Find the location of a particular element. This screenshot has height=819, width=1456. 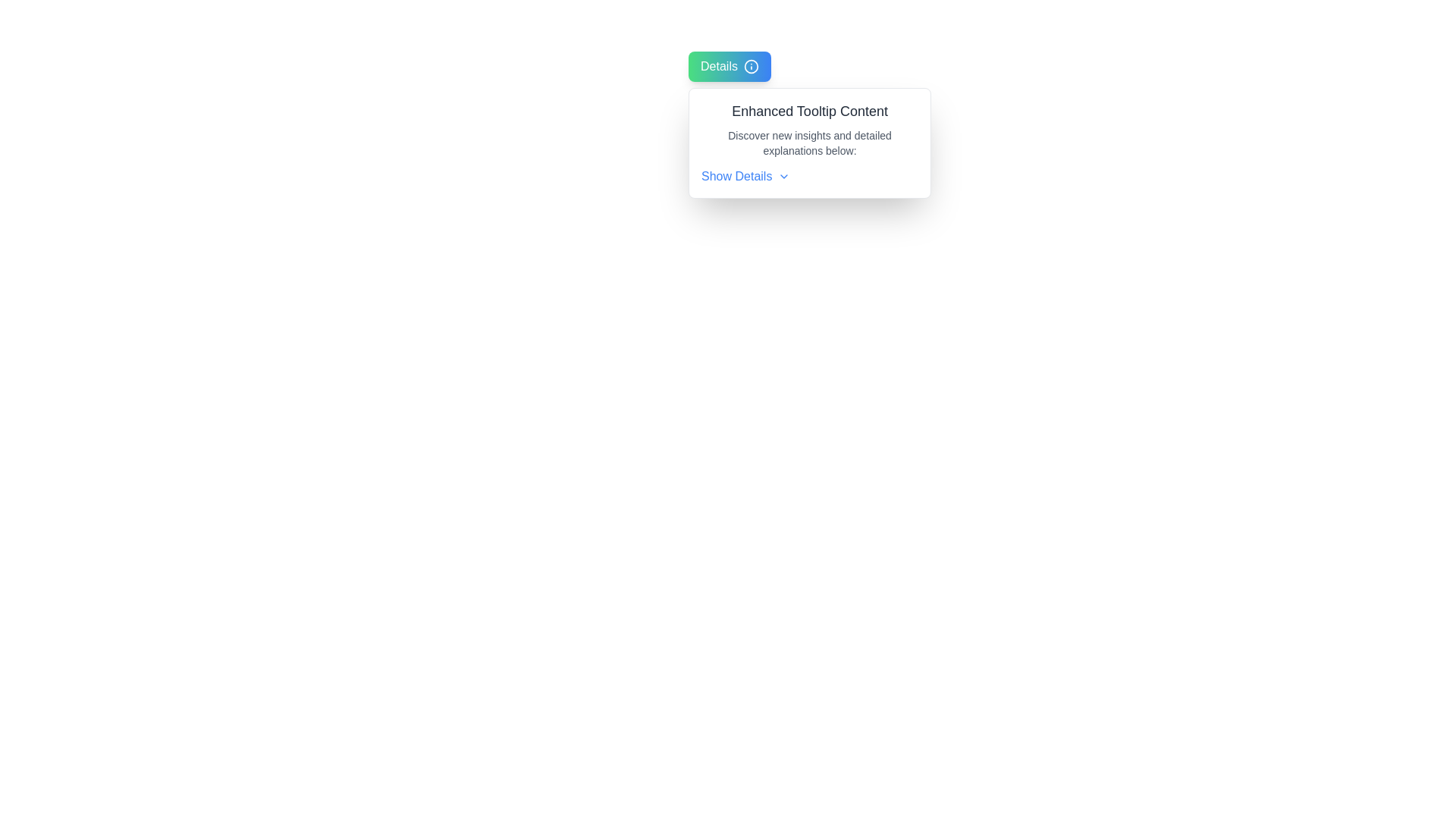

the text label positioned below the heading 'Enhanced Tooltip Content' is located at coordinates (809, 143).